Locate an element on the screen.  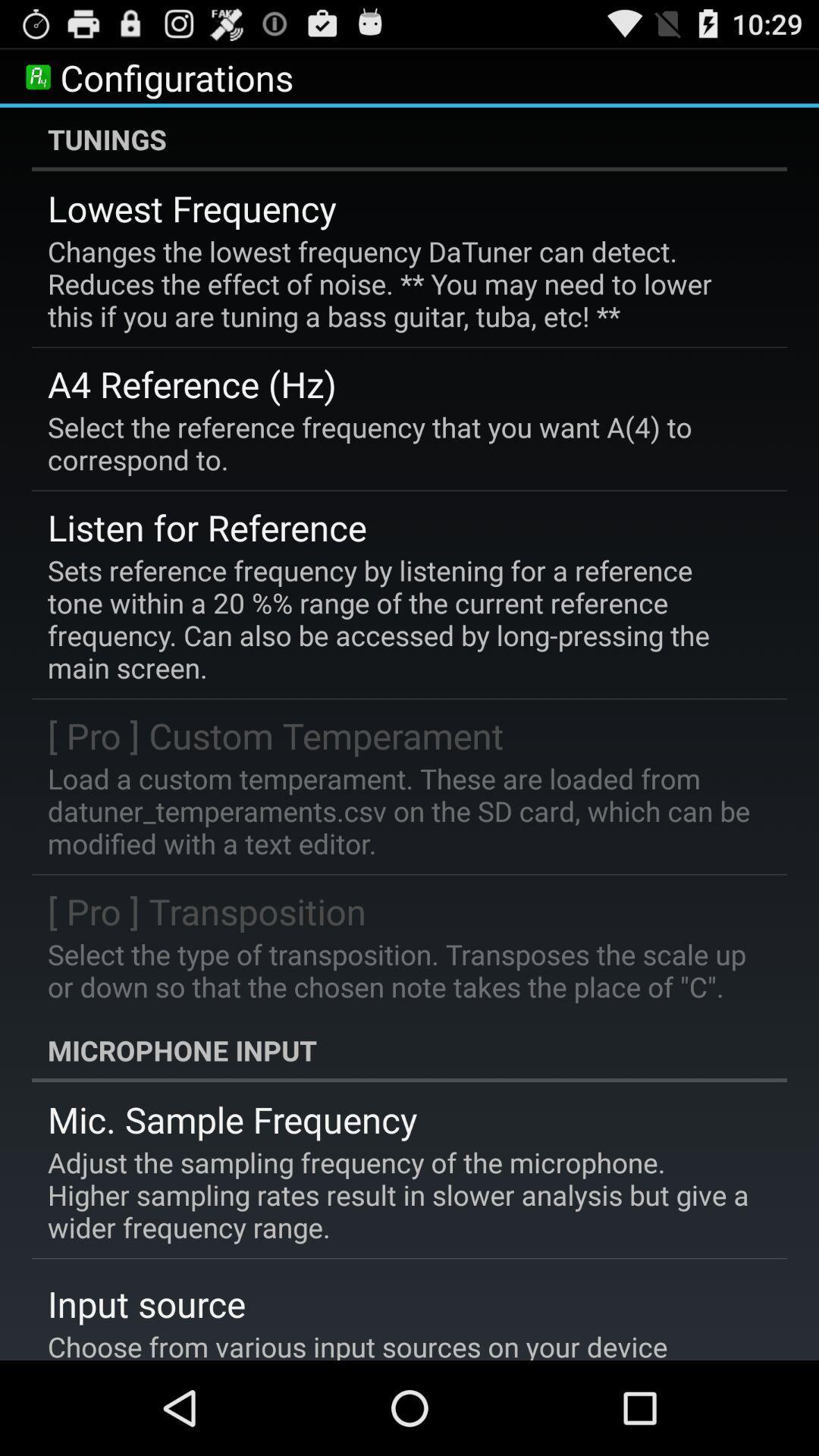
the tunings is located at coordinates (409, 139).